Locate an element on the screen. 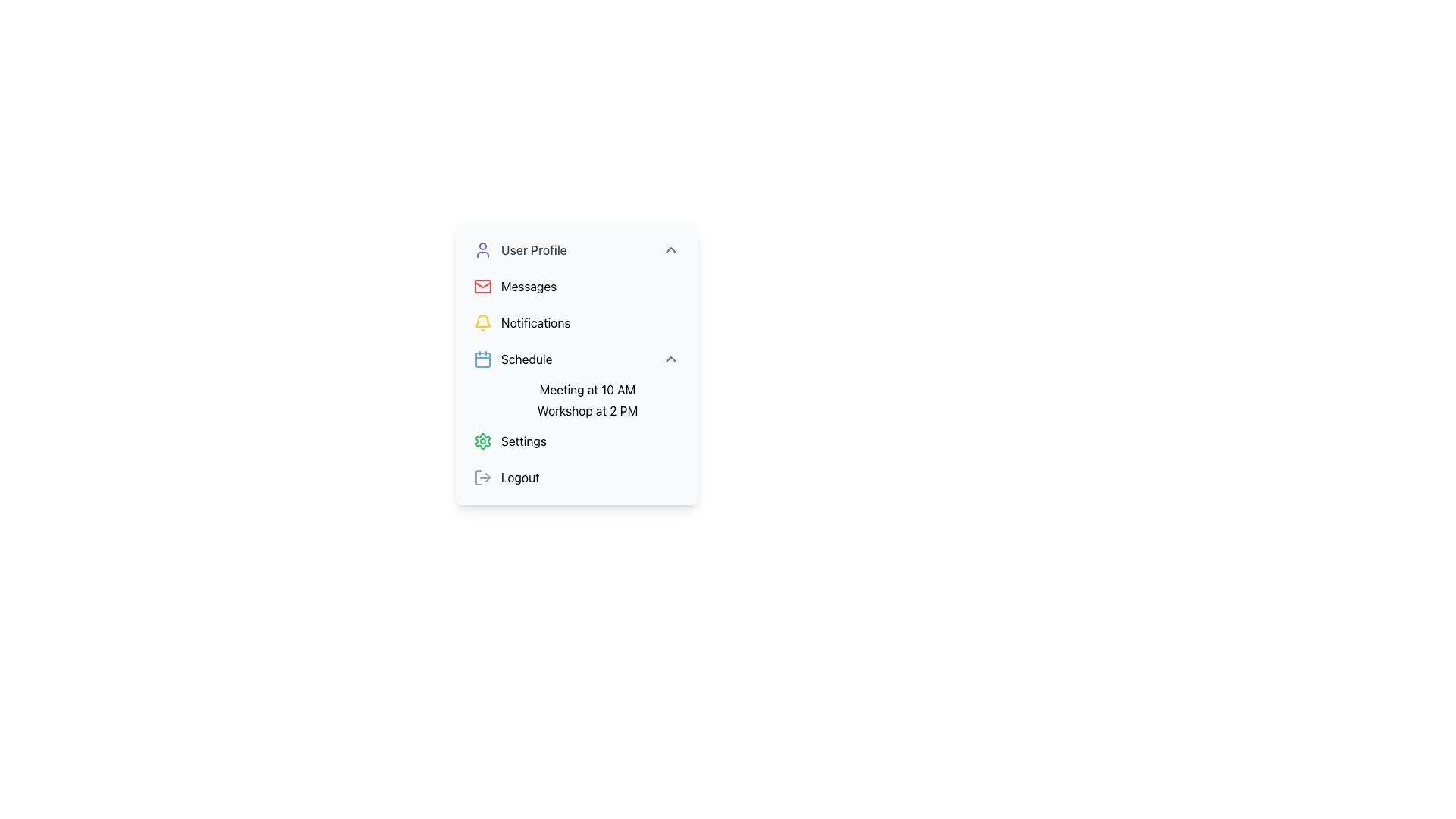 The image size is (1456, 819). the textual label identifying the 'Notifications' menu entry, located to the right of the yellow bell icon in the third menu item is located at coordinates (535, 322).